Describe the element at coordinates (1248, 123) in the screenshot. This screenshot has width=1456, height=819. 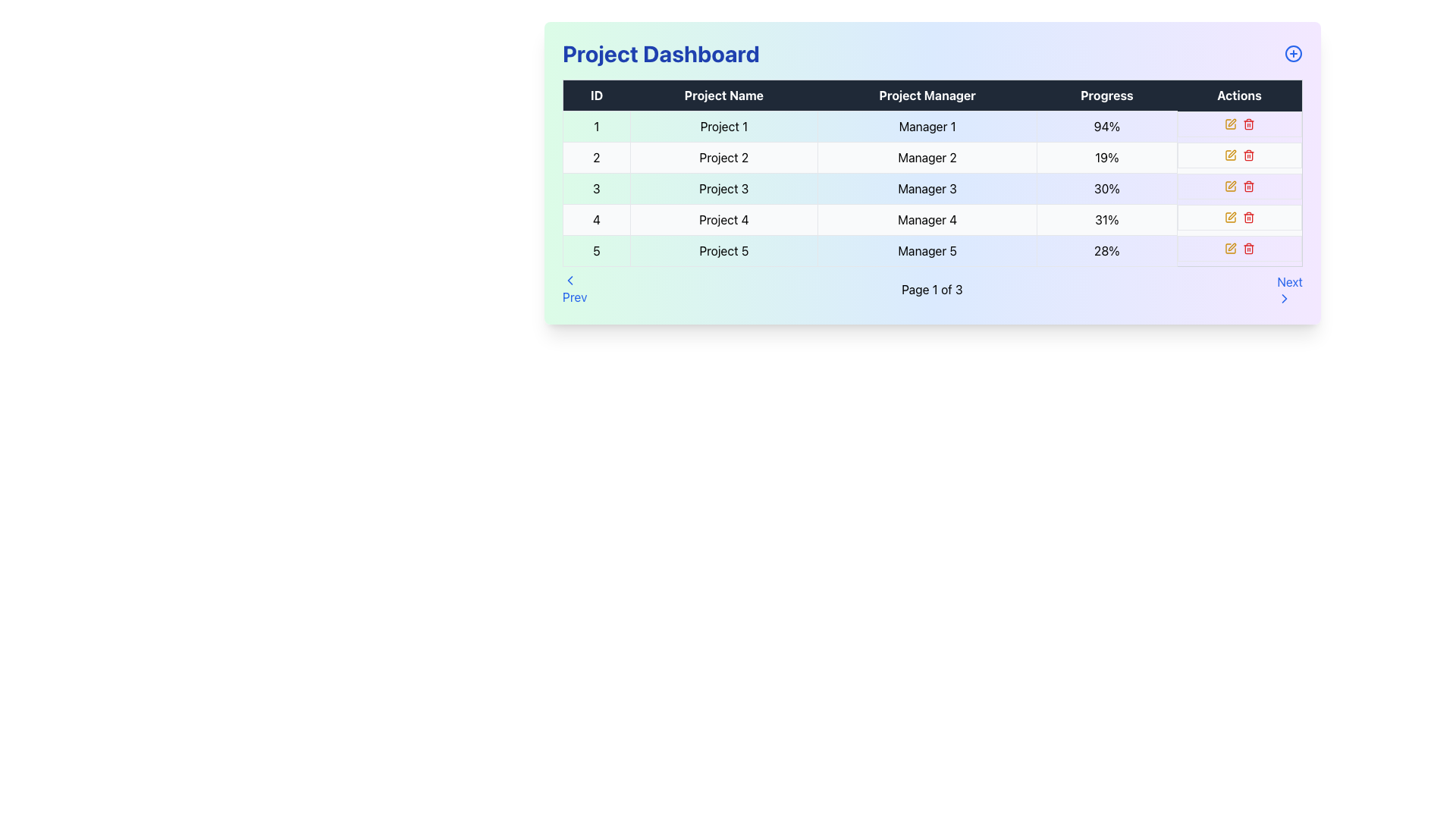
I see `the delete button located in the last cell of the 'Actions' column for Project 1` at that location.